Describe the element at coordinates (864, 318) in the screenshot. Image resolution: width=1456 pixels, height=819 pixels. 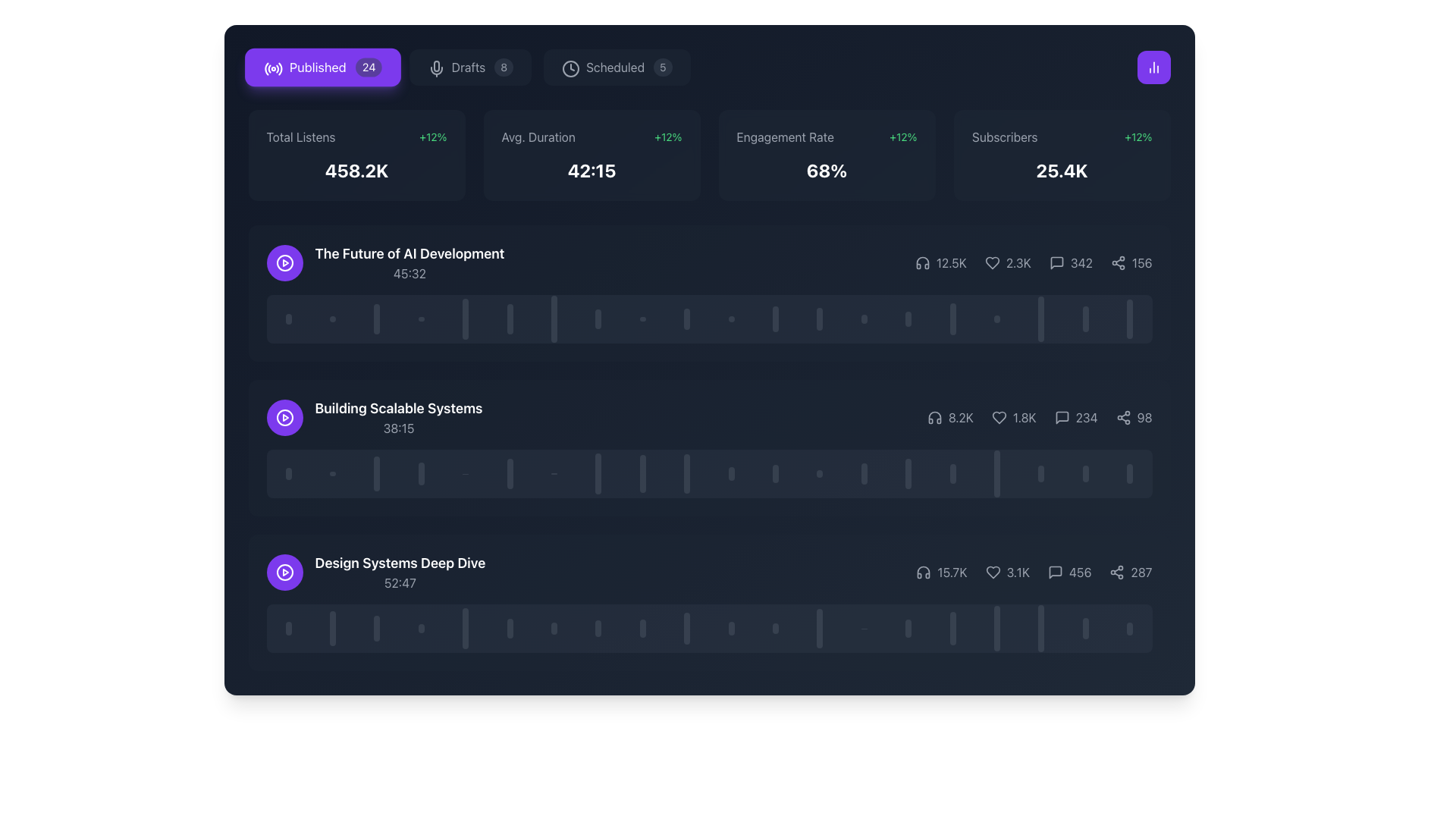
I see `the thirteenth vertical progress bar with rounded ends, styled gray, located in the center of a dark block` at that location.